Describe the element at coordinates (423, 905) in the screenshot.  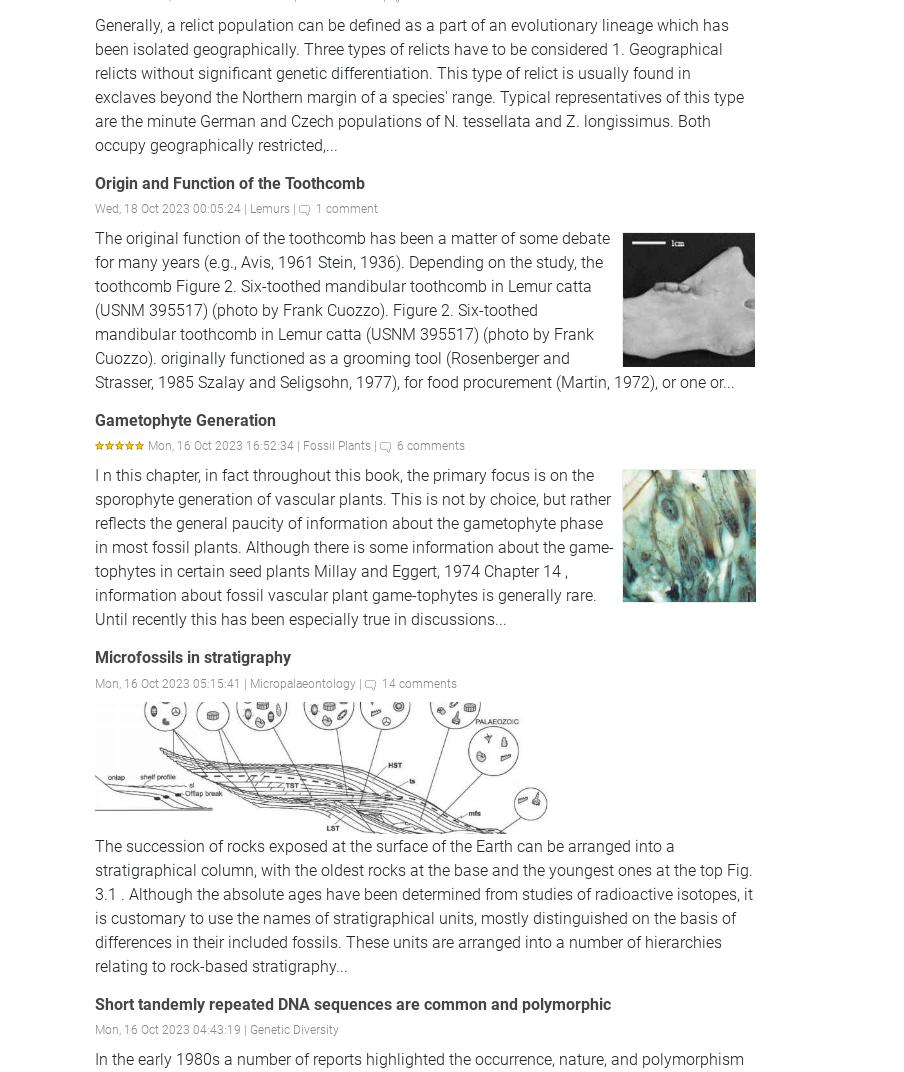
I see `'The succession of rocks exposed at the surface of the Earth can be arranged into a stratigraphical column, with the oldest rocks at the base and the youngest ones at the top Fig. 3.1 . Although the absolute ages have been determined from studies of radioactive isotopes, it is customary to use the names of stratigraphical units, mostly distinguished on the basis of differences in their included fossils. These units are arranged into a number of hierarchies relating to rock-based stratigraphy...'` at that location.